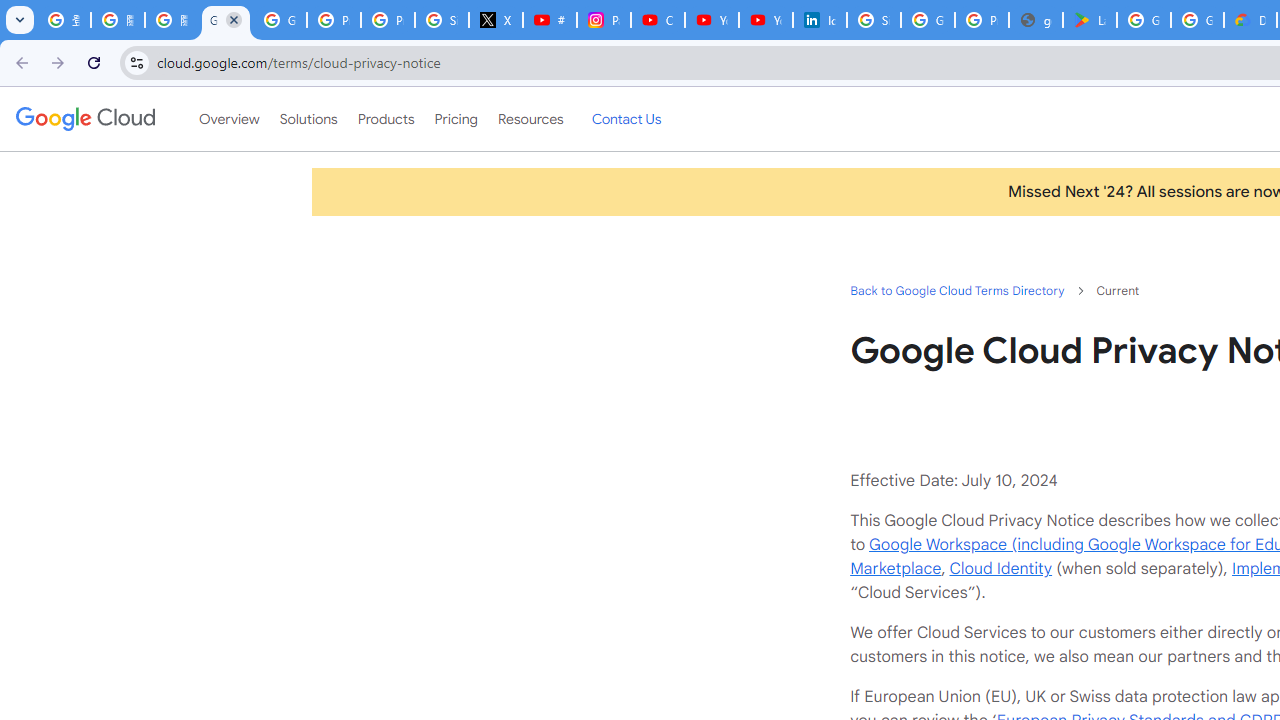 This screenshot has height=720, width=1280. Describe the element at coordinates (84, 119) in the screenshot. I see `'Google Cloud'` at that location.